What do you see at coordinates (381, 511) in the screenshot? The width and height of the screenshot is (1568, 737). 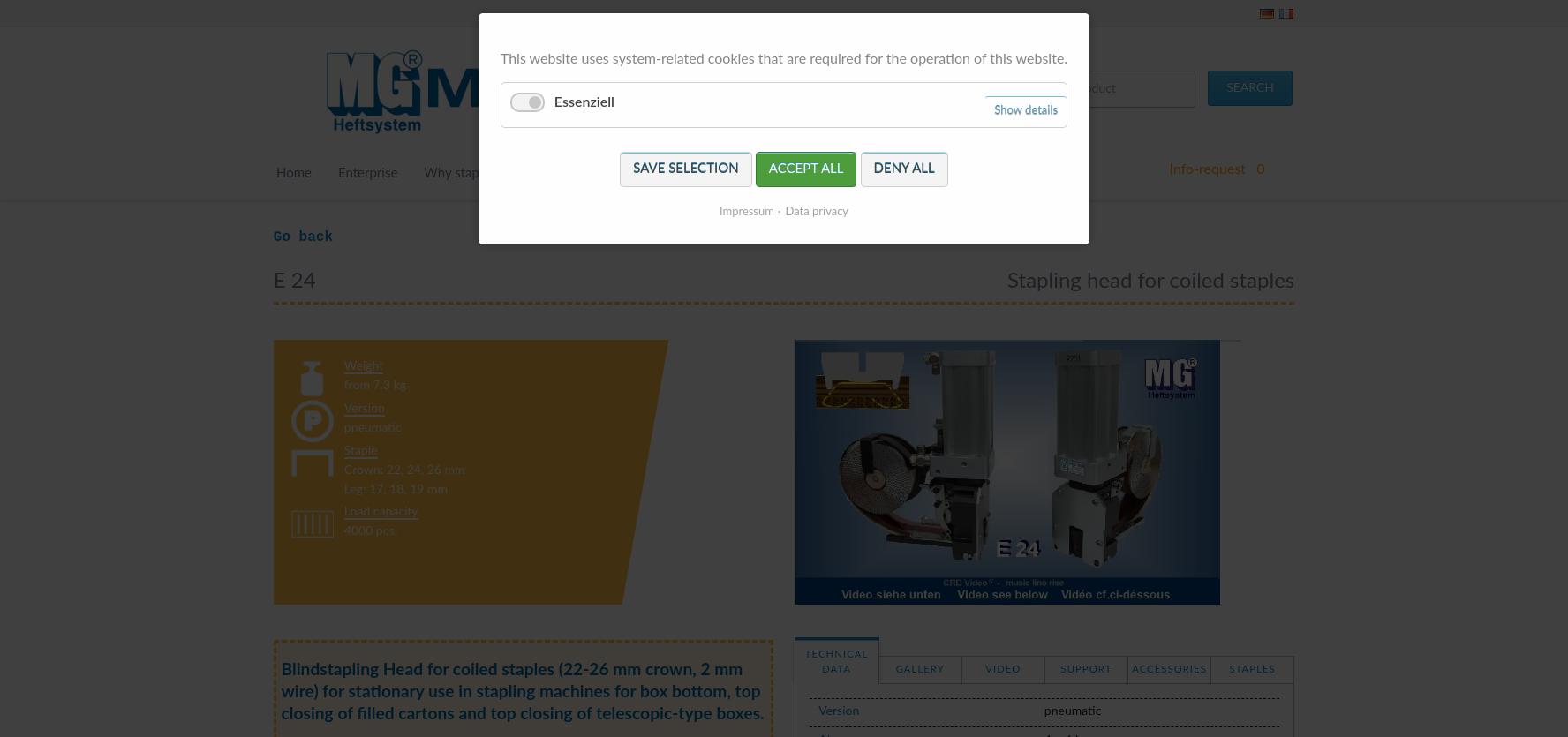 I see `'Load capacity'` at bounding box center [381, 511].